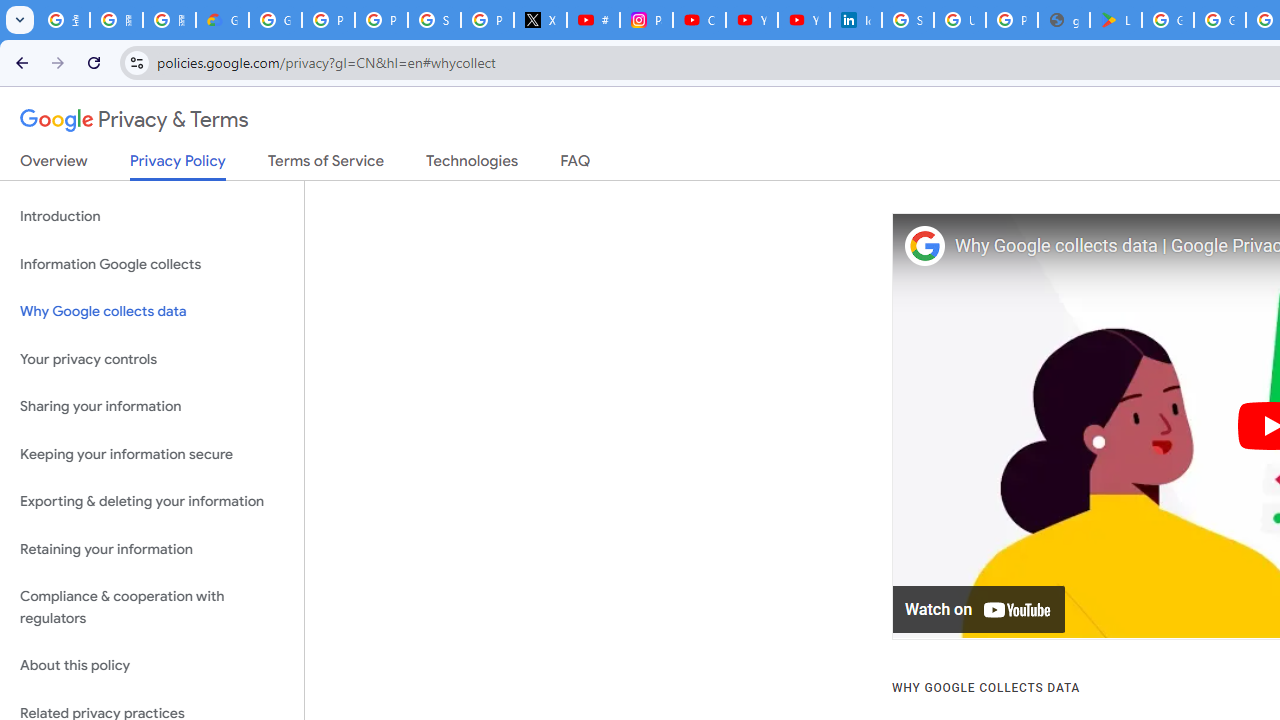 The image size is (1280, 720). What do you see at coordinates (540, 20) in the screenshot?
I see `'X'` at bounding box center [540, 20].